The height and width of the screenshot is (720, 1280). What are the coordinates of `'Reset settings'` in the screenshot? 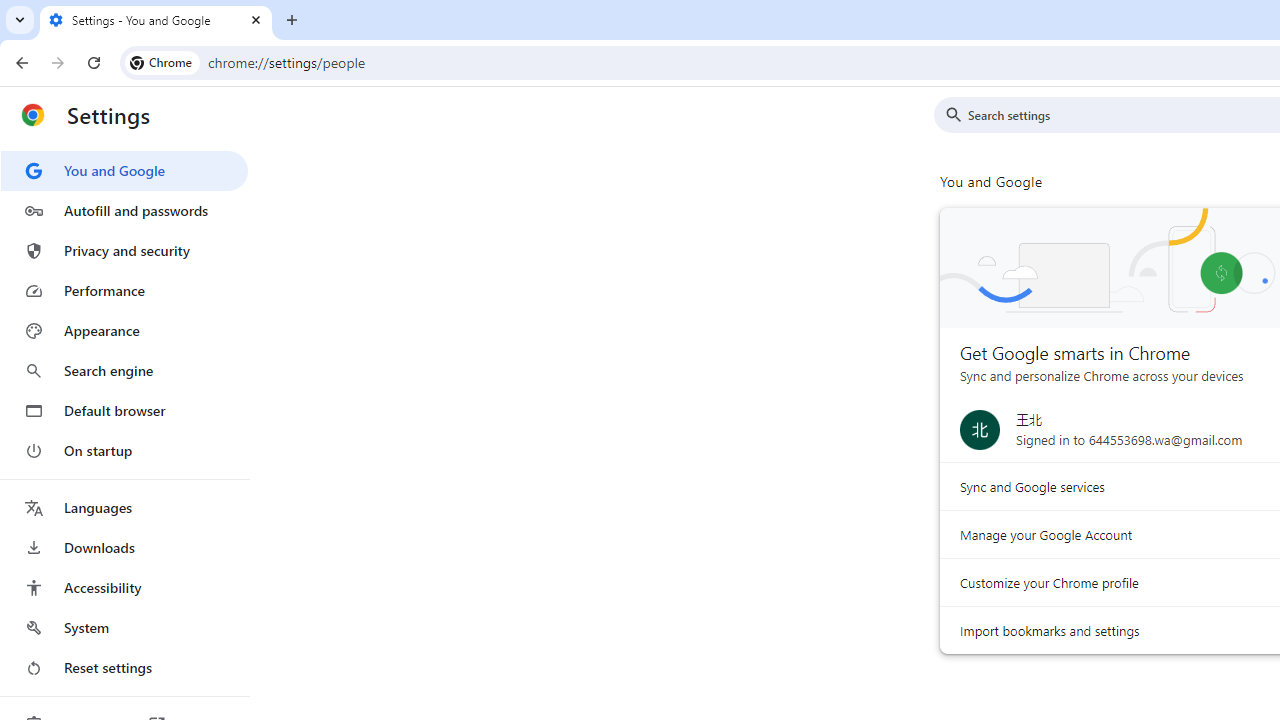 It's located at (123, 668).